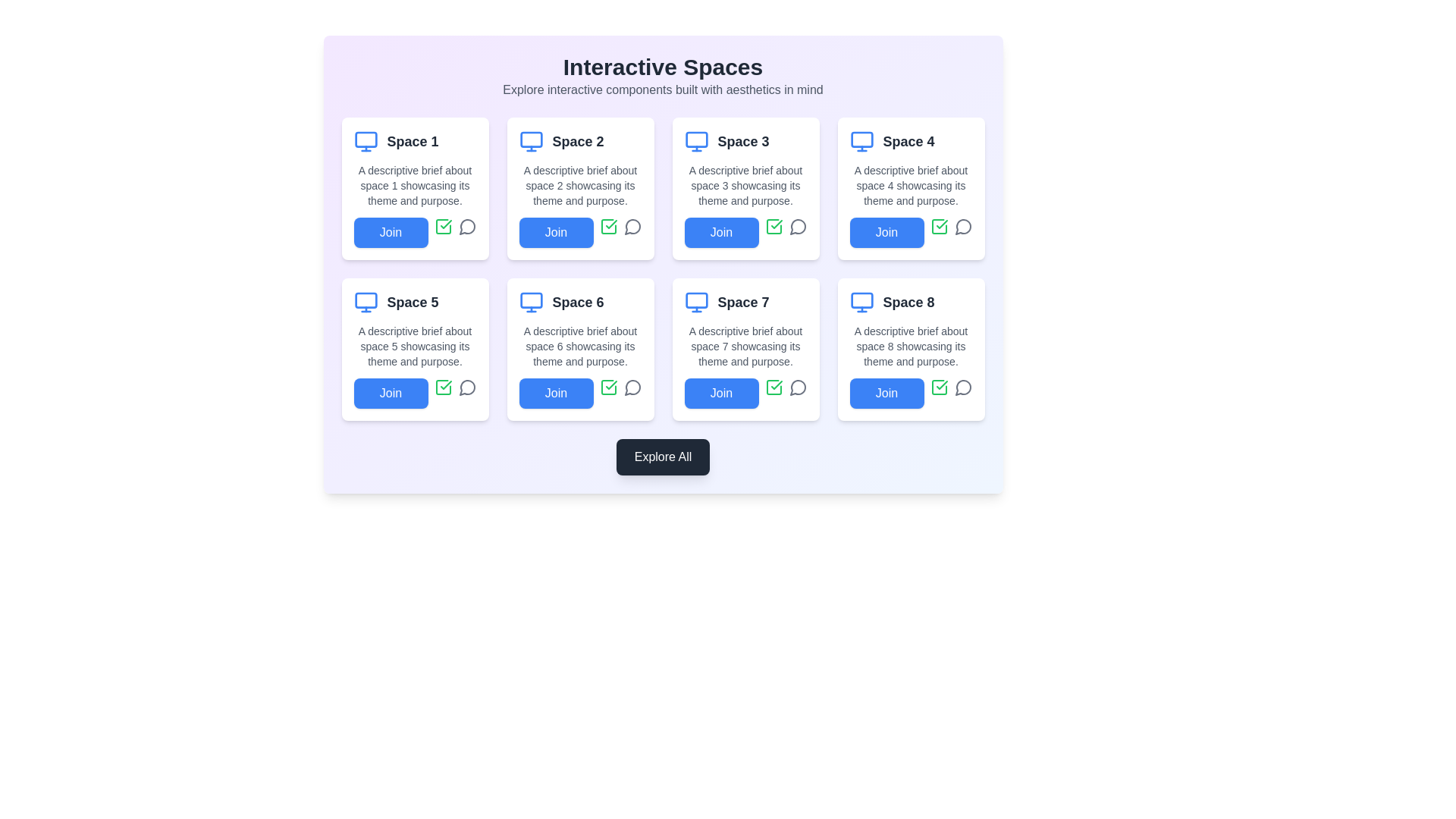 This screenshot has width=1456, height=819. What do you see at coordinates (632, 387) in the screenshot?
I see `the comments icon located at the bottom-right corner of the card labeled 'Space 6' to potentially open a dialog or view comments` at bounding box center [632, 387].